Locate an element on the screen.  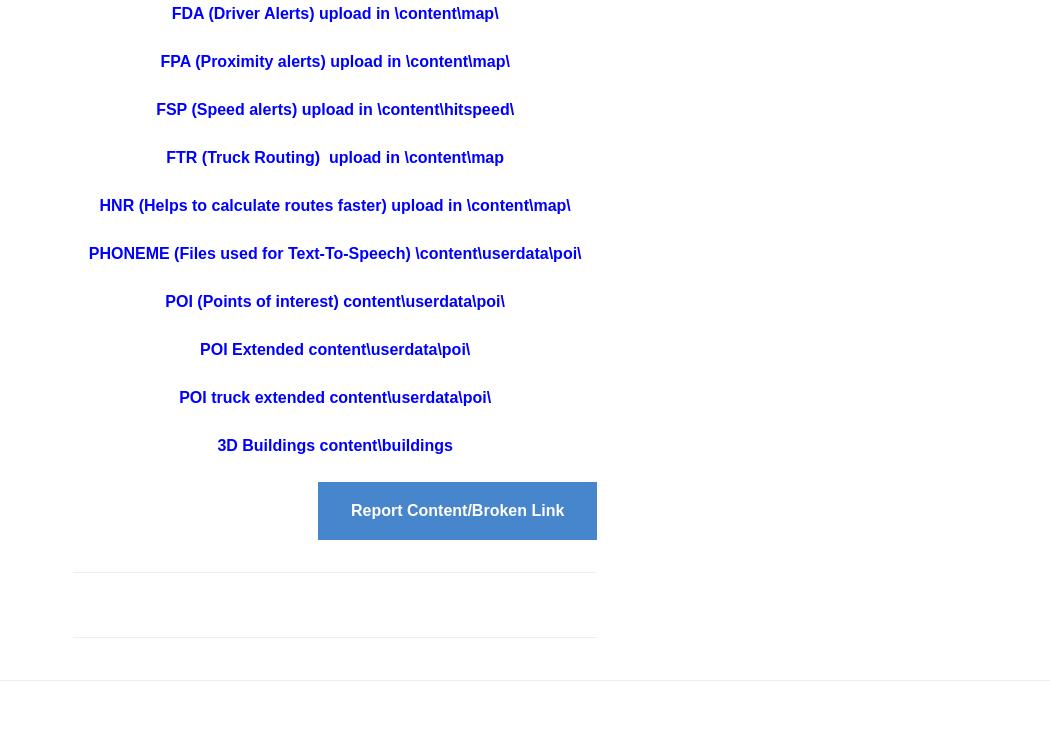
'POI (Points of interest)' is located at coordinates (253, 301).